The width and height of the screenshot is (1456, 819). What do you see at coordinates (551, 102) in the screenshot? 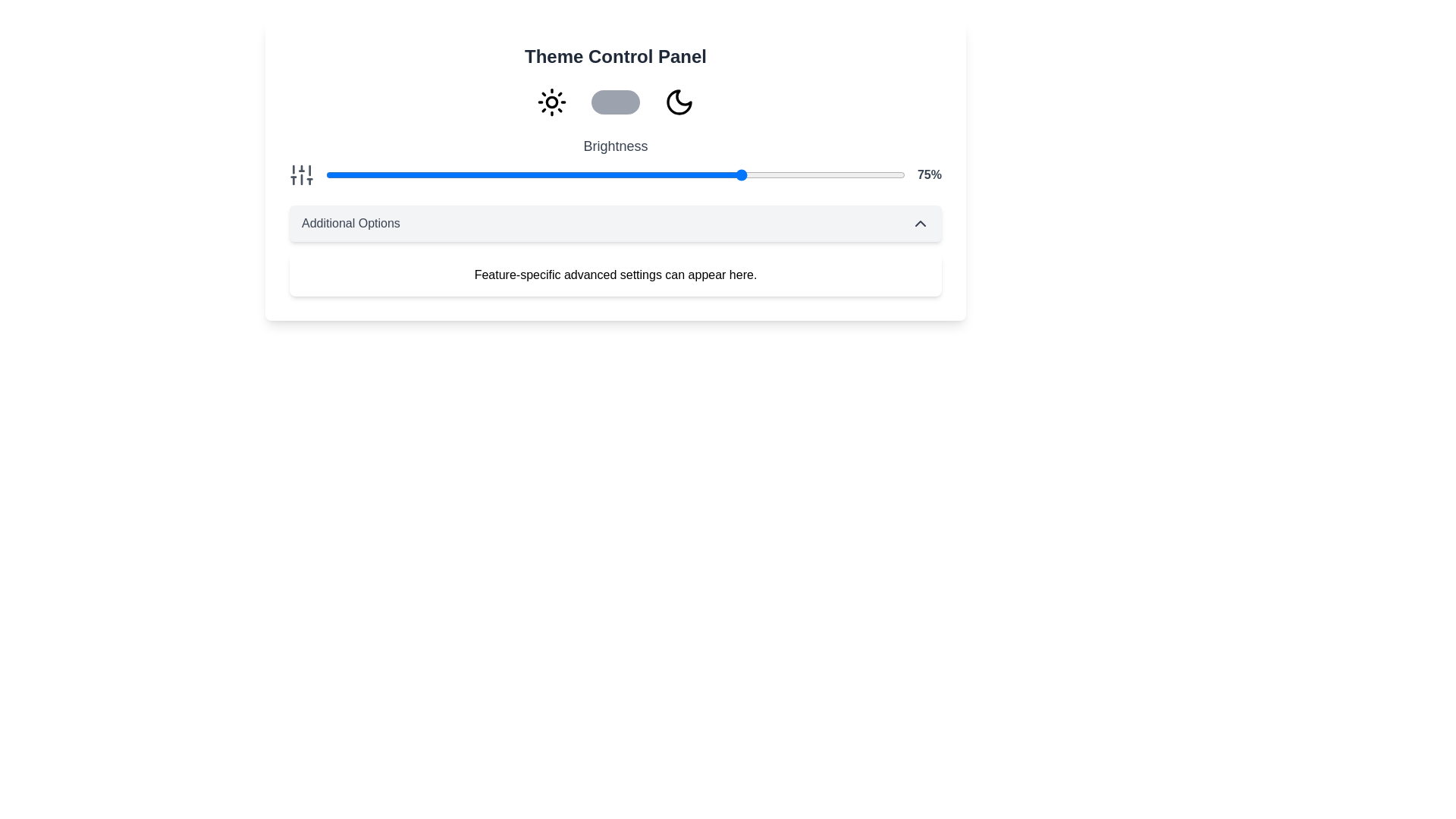
I see `the daylight or brightness mode icon located at the leftmost position in the horizontal group of items at the top of the control panel` at bounding box center [551, 102].